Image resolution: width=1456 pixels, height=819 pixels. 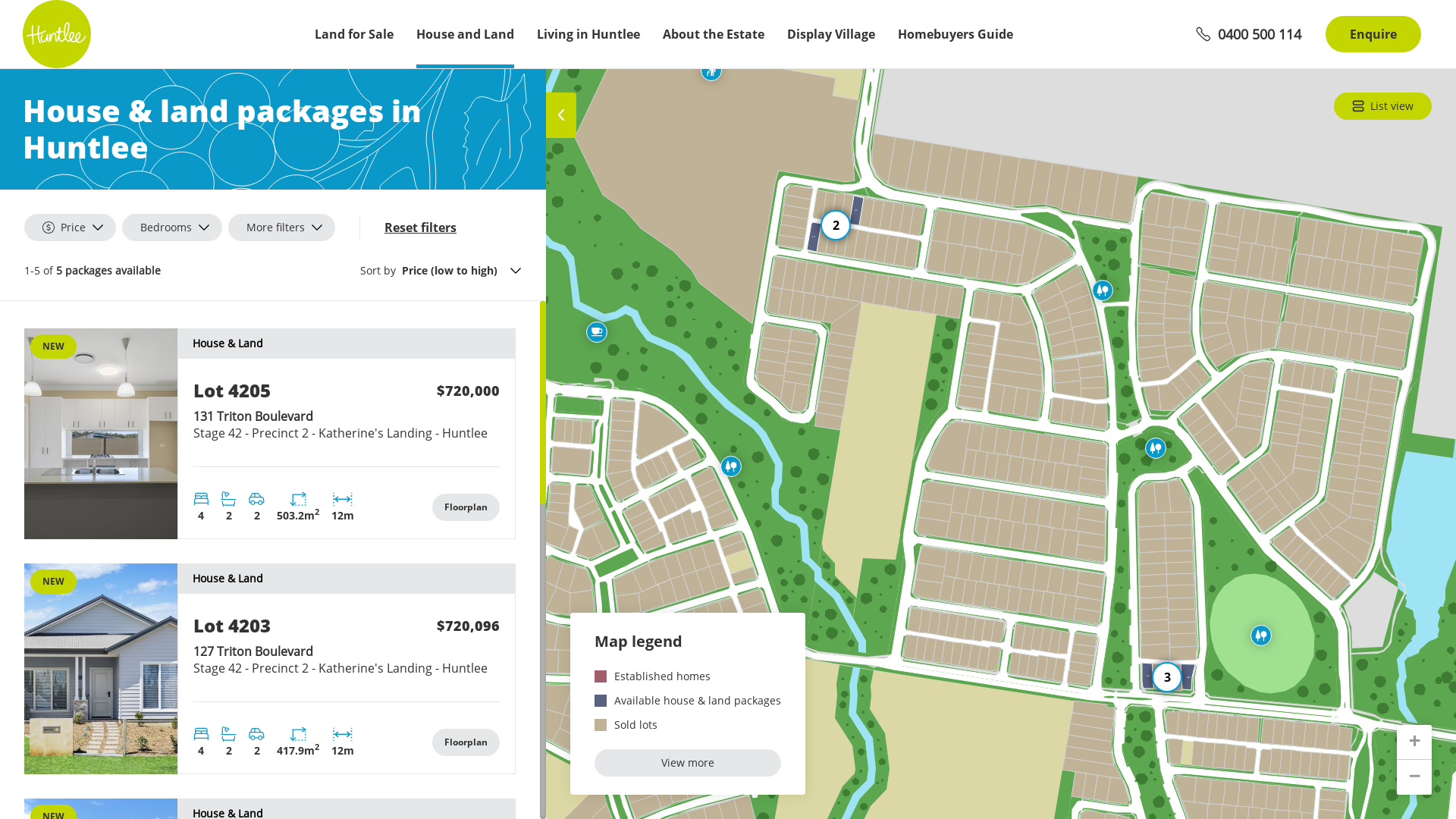 What do you see at coordinates (687, 763) in the screenshot?
I see `'View more'` at bounding box center [687, 763].